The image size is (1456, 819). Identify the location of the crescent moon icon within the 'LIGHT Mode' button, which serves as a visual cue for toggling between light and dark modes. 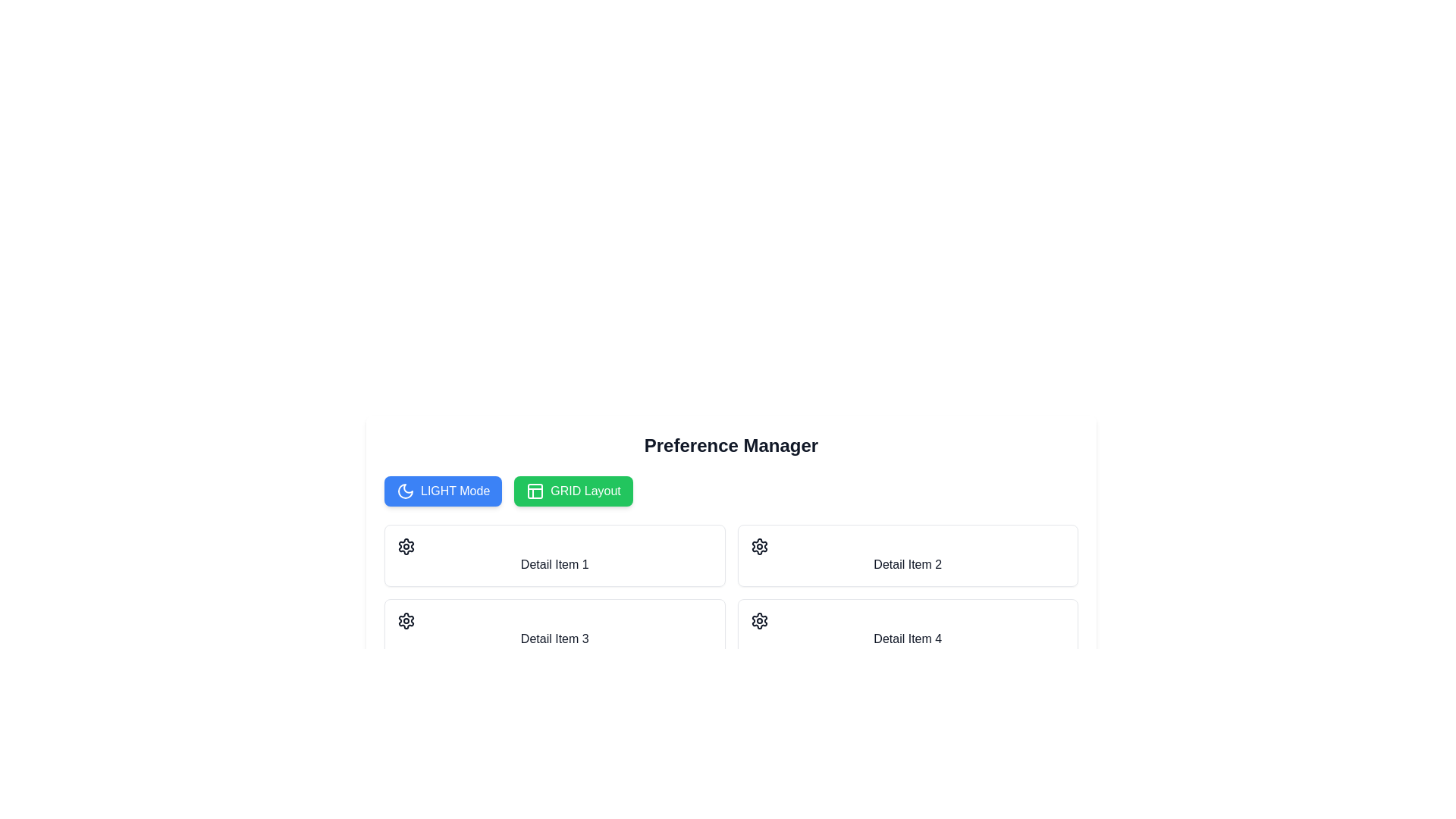
(405, 491).